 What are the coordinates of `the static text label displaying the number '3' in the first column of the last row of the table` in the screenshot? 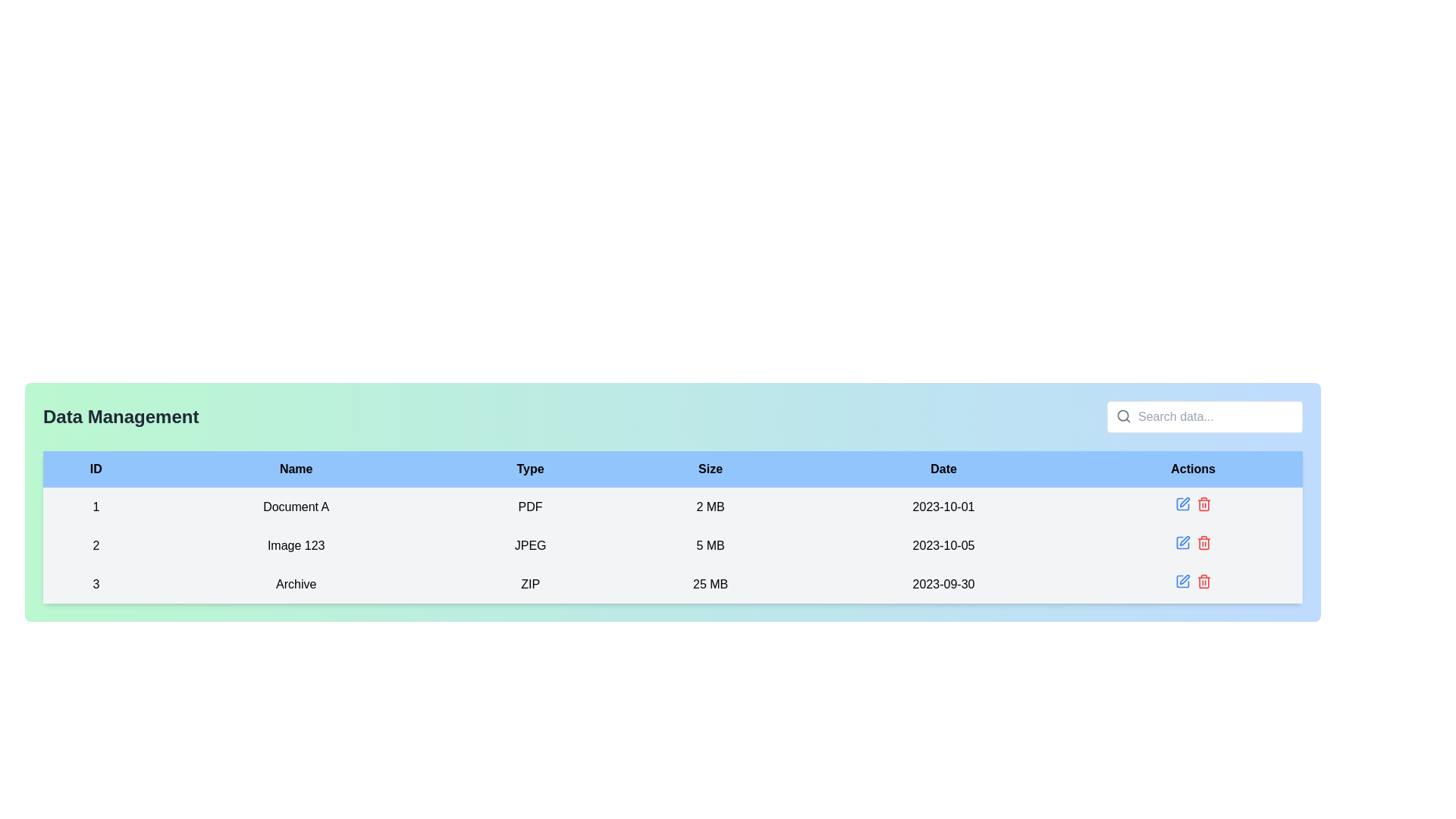 It's located at (95, 583).